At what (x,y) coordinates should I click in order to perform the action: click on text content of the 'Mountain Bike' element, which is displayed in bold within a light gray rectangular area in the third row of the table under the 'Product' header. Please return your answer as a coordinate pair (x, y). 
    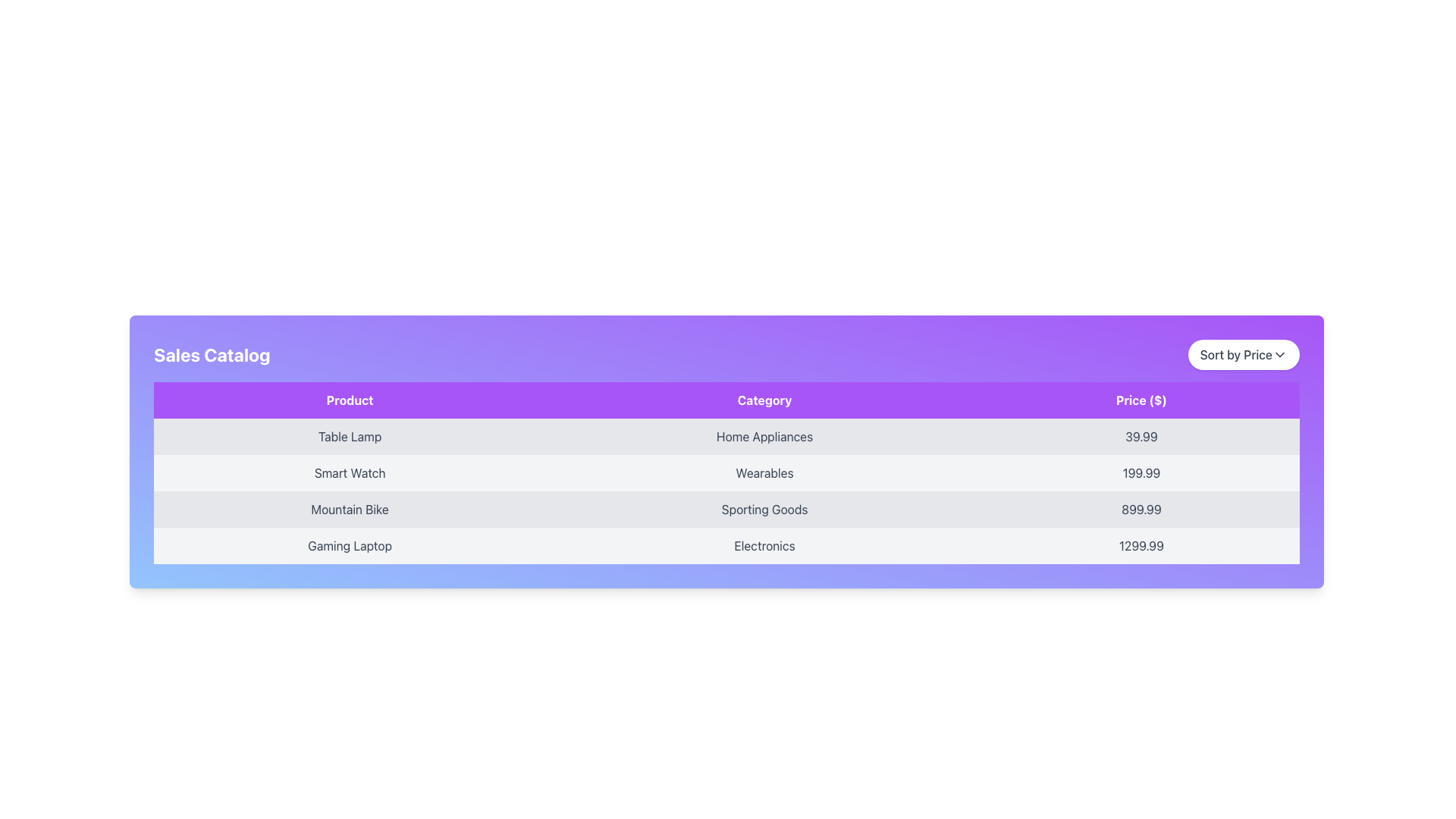
    Looking at the image, I should click on (349, 509).